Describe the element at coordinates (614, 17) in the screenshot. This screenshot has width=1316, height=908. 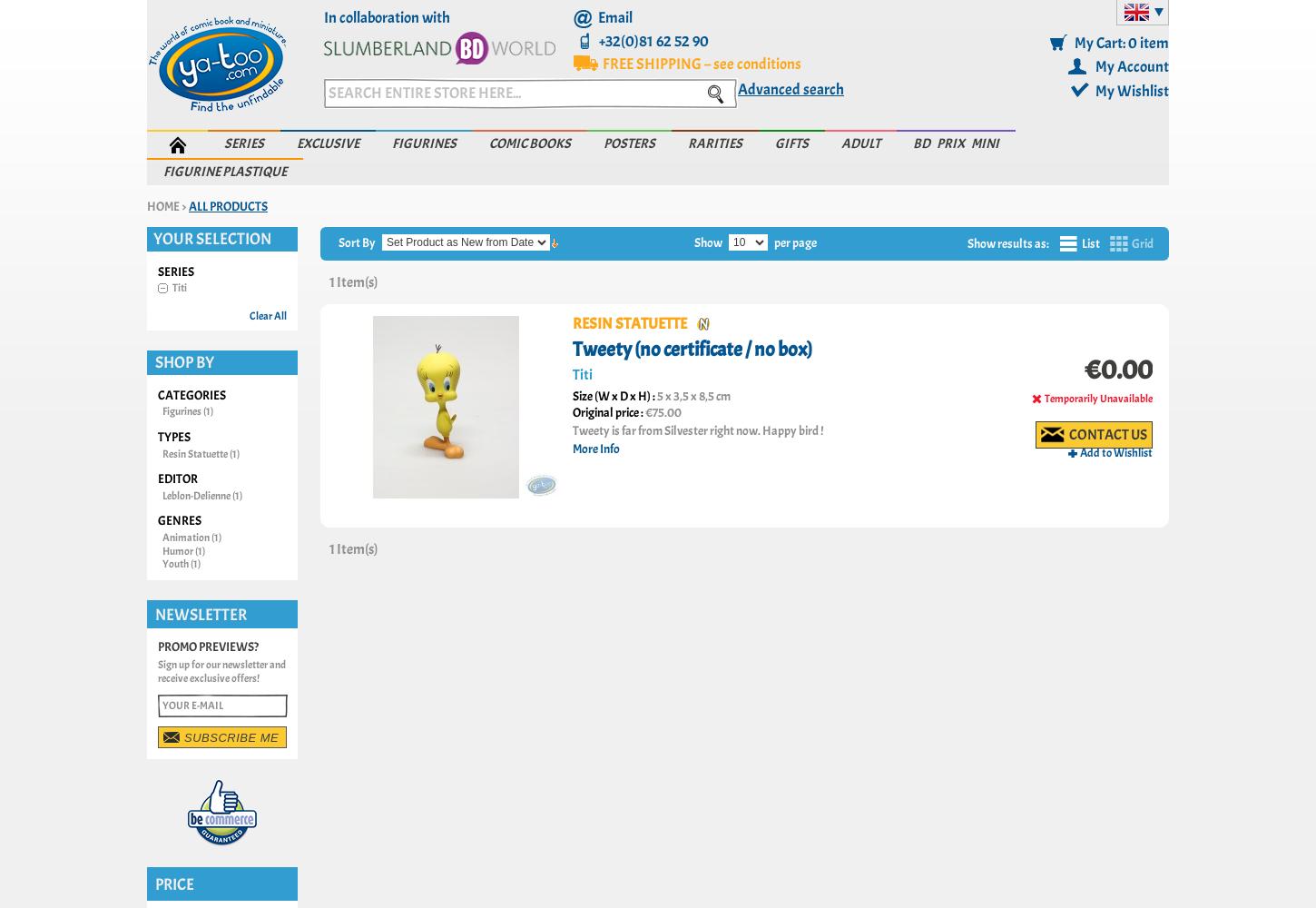
I see `'Email'` at that location.